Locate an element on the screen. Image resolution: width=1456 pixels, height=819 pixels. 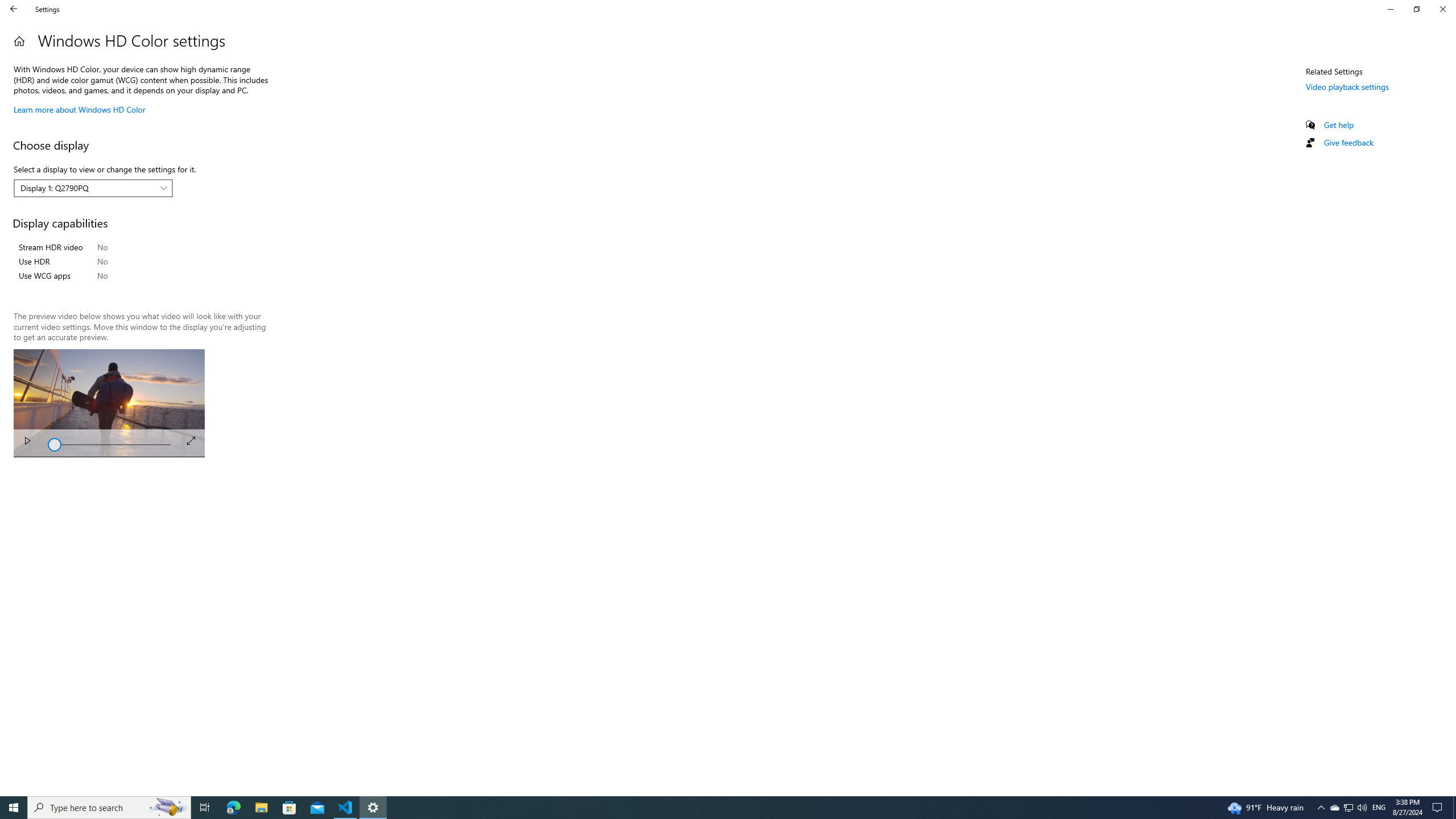
'Play' is located at coordinates (26, 442).